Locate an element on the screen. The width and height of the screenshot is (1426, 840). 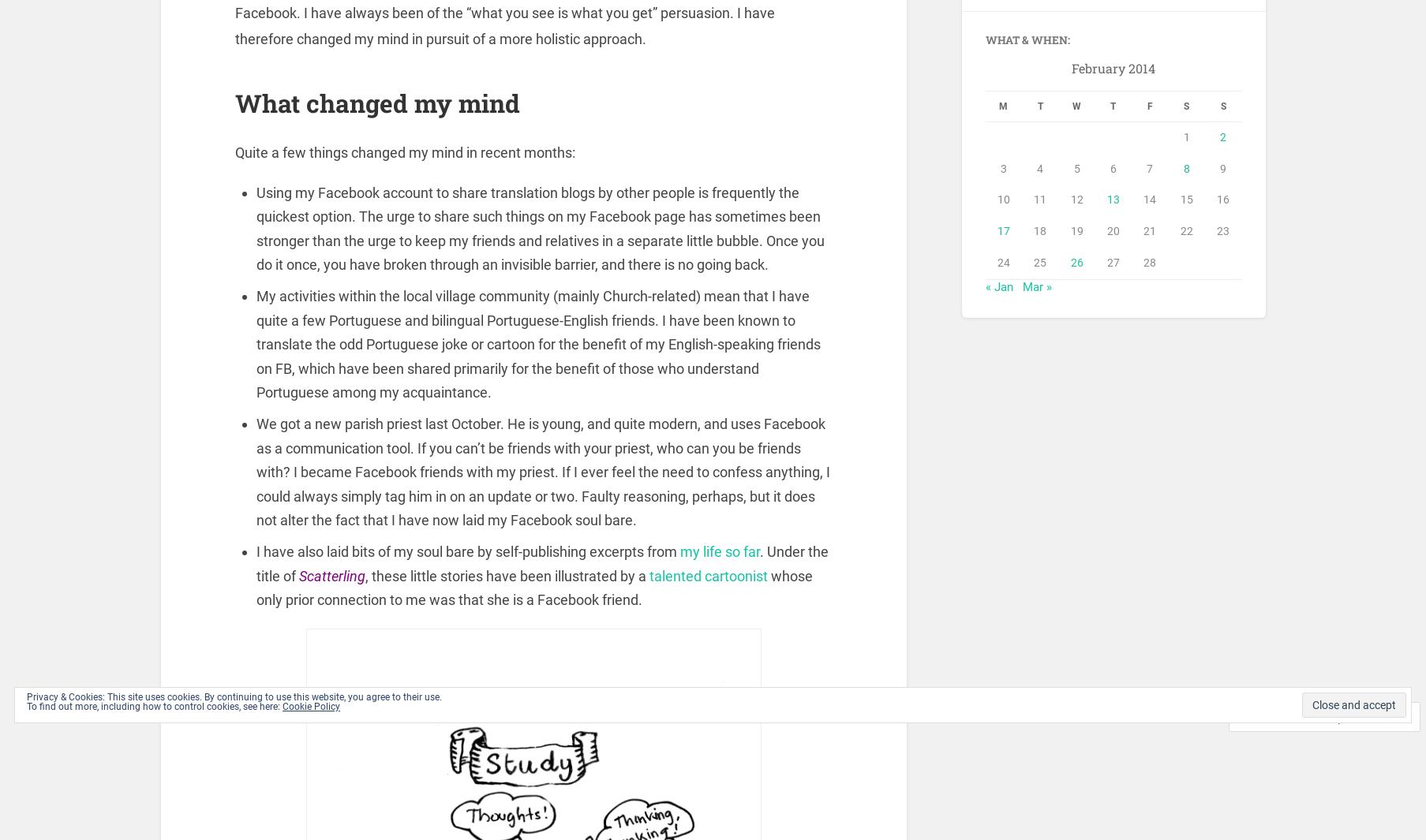
'F' is located at coordinates (1149, 108).